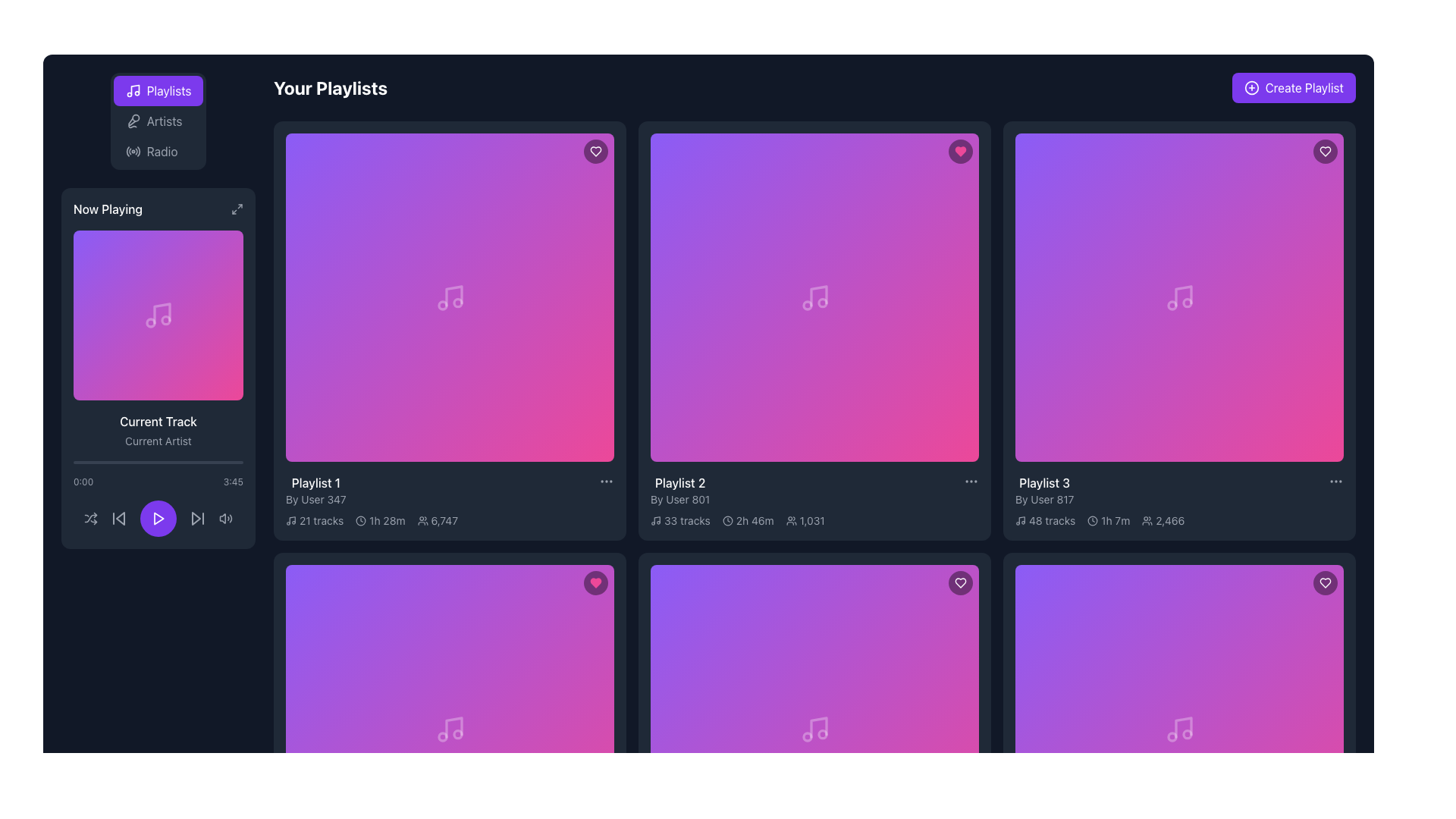  What do you see at coordinates (1051, 519) in the screenshot?
I see `the text label displaying '48 tracks' located at the bottom-right corner under the 'Playlist 3' description box, which is part of a grouped section` at bounding box center [1051, 519].